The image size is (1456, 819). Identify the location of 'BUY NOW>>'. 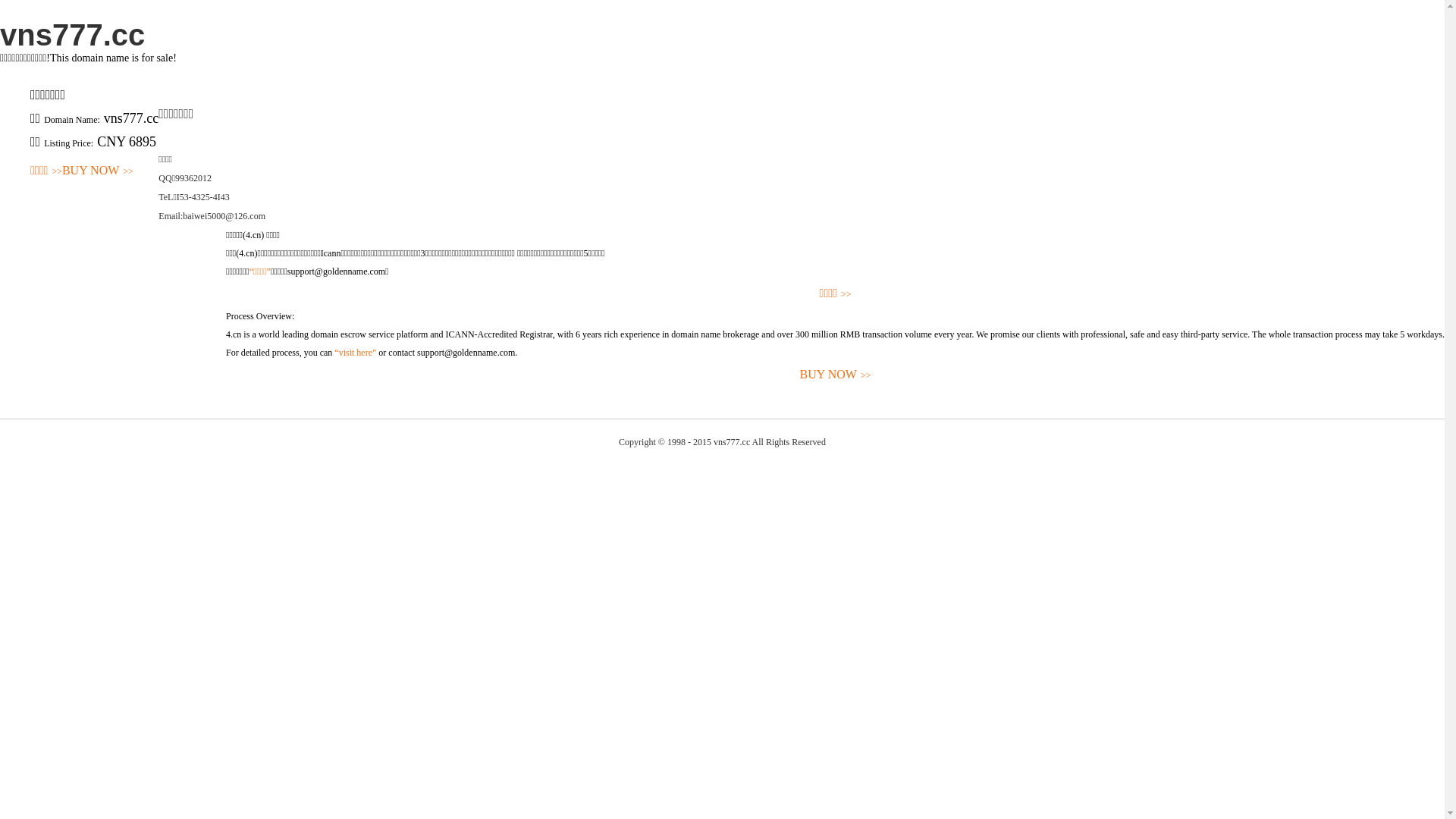
(97, 171).